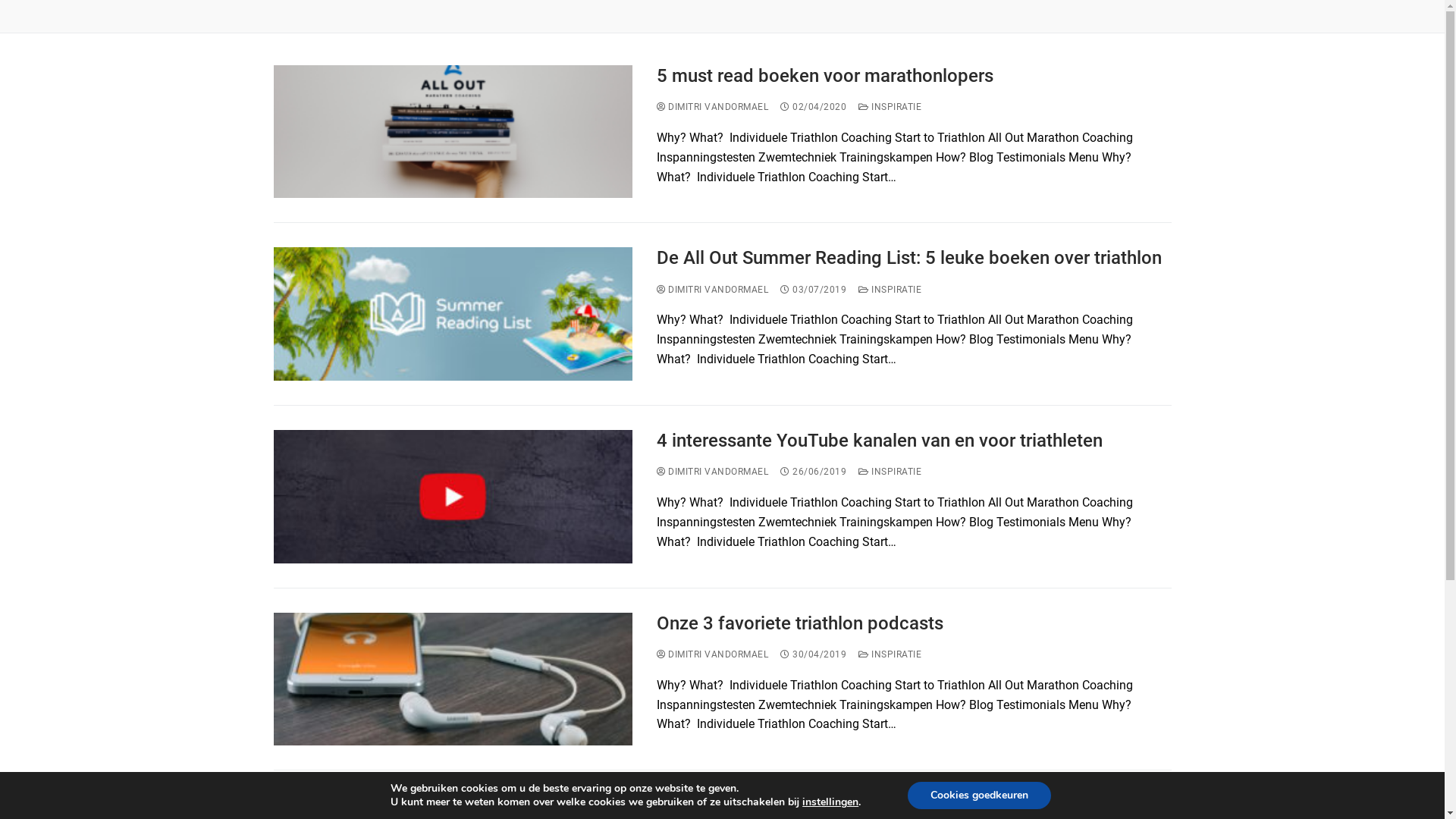 The height and width of the screenshot is (819, 1456). What do you see at coordinates (979, 795) in the screenshot?
I see `'Cookies goedkeuren'` at bounding box center [979, 795].